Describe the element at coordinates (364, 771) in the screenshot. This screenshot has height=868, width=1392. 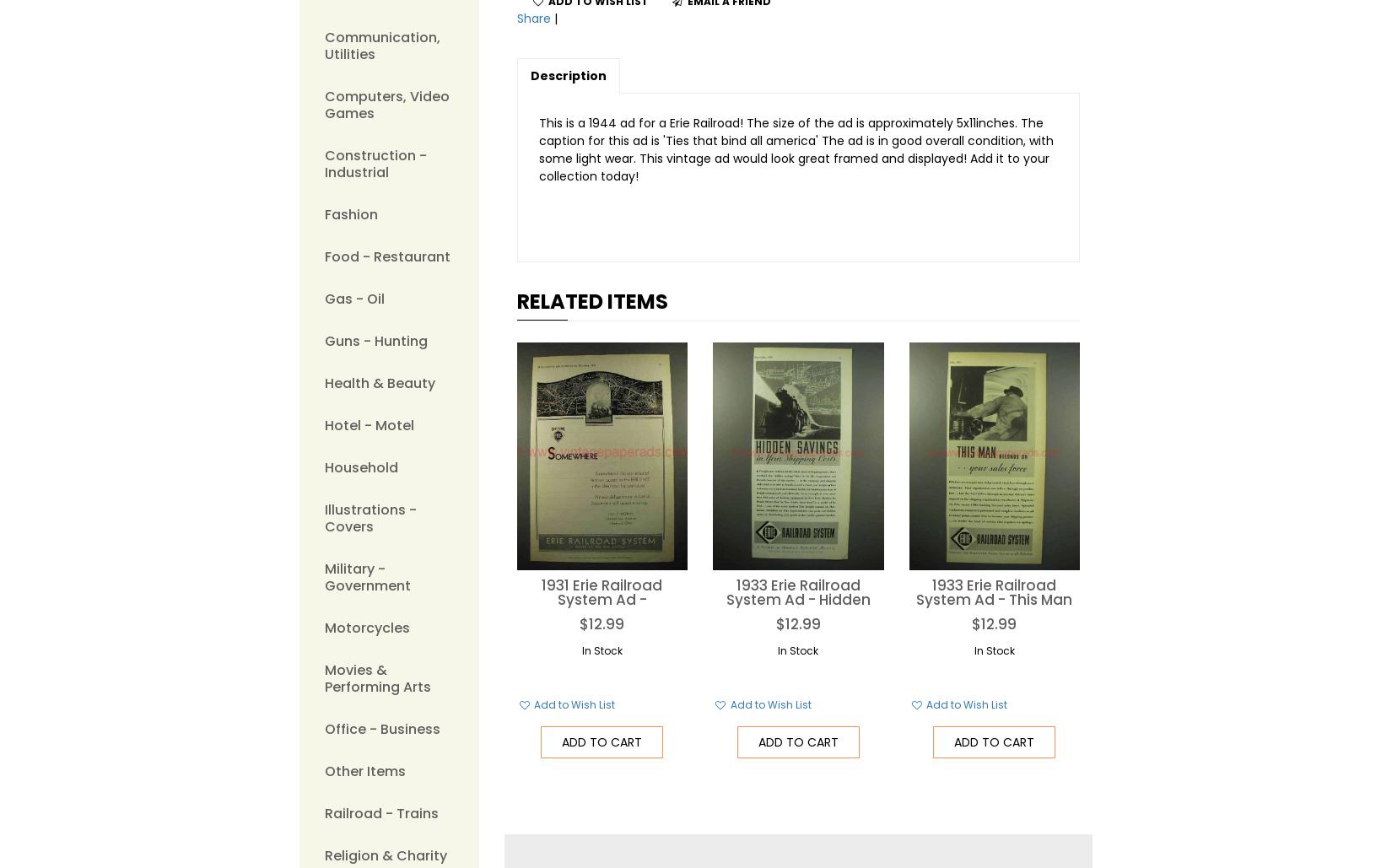
I see `'Other Items'` at that location.